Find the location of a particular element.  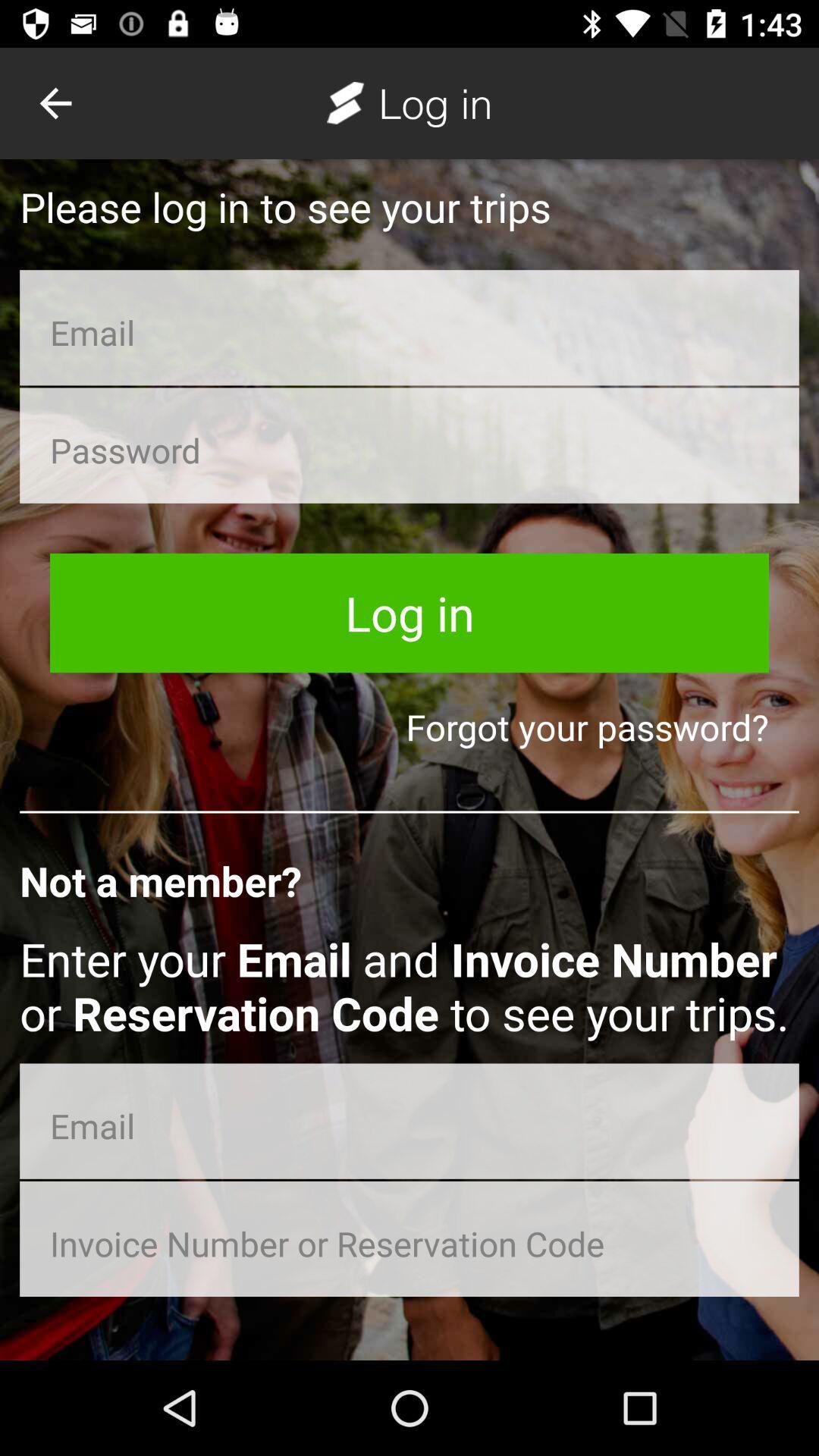

the icon at the top left corner is located at coordinates (55, 102).